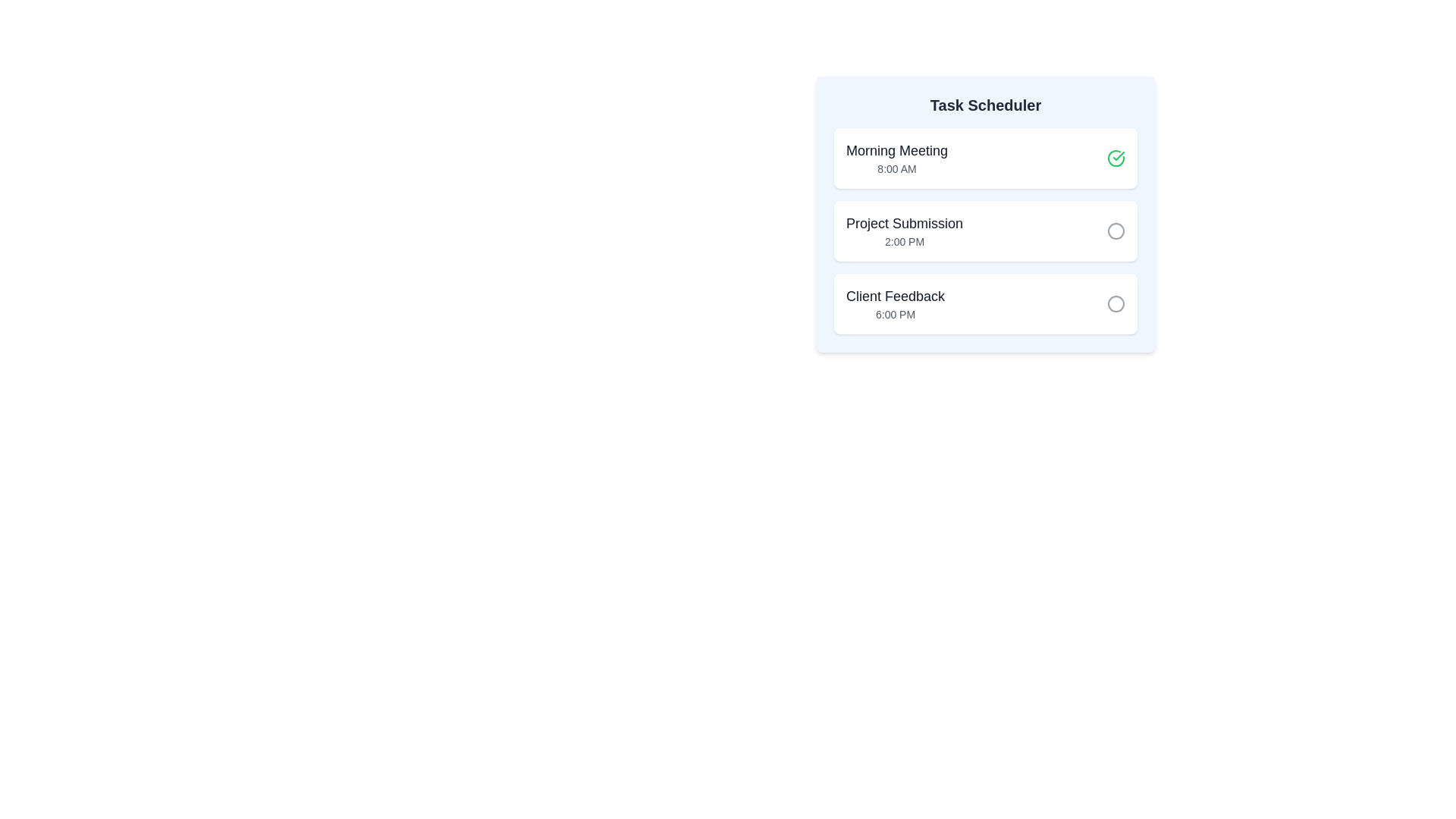 The height and width of the screenshot is (819, 1456). What do you see at coordinates (986, 231) in the screenshot?
I see `the task item Project Submission` at bounding box center [986, 231].